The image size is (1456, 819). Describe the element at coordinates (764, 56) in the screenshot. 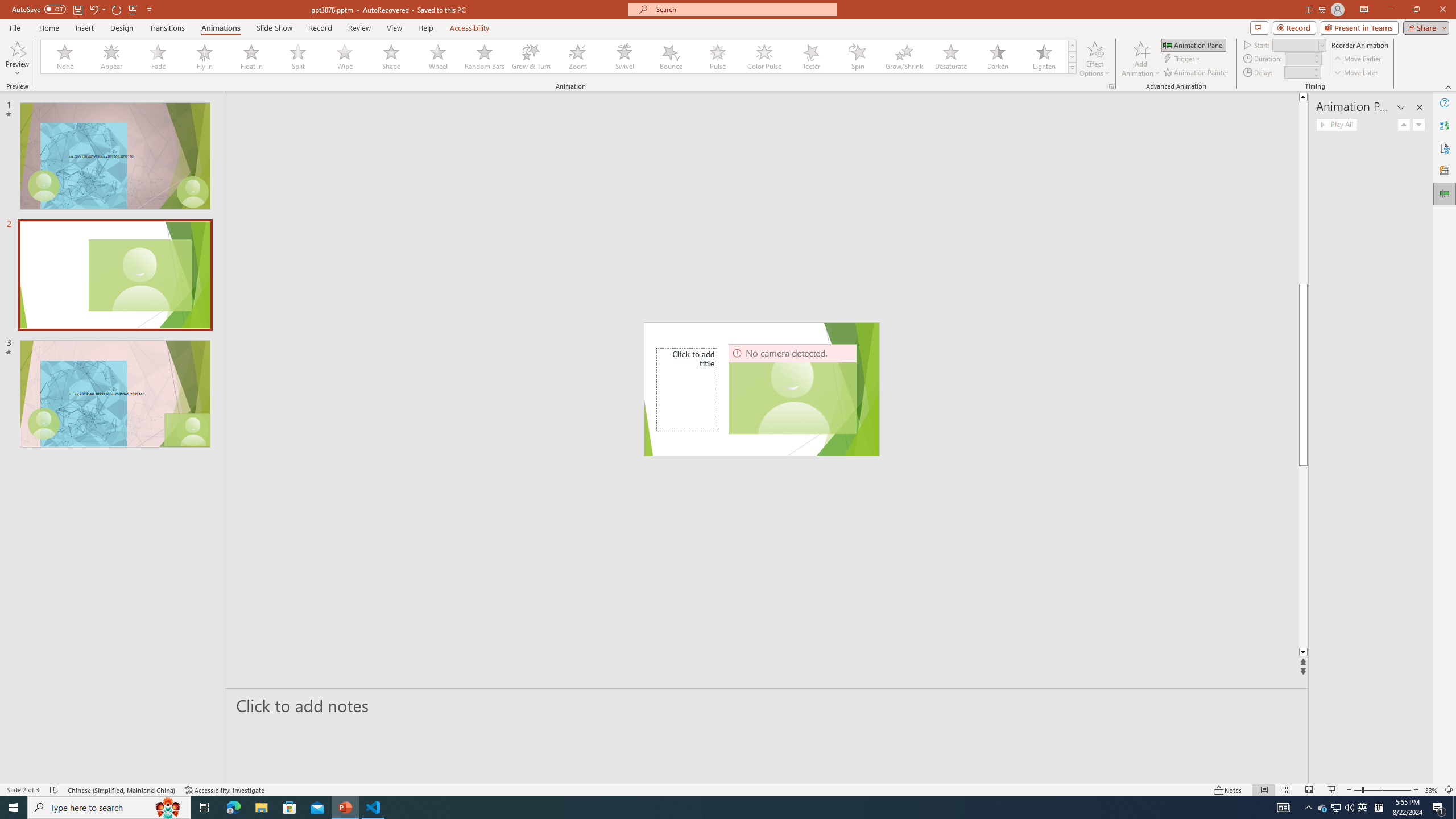

I see `'Color Pulse'` at that location.